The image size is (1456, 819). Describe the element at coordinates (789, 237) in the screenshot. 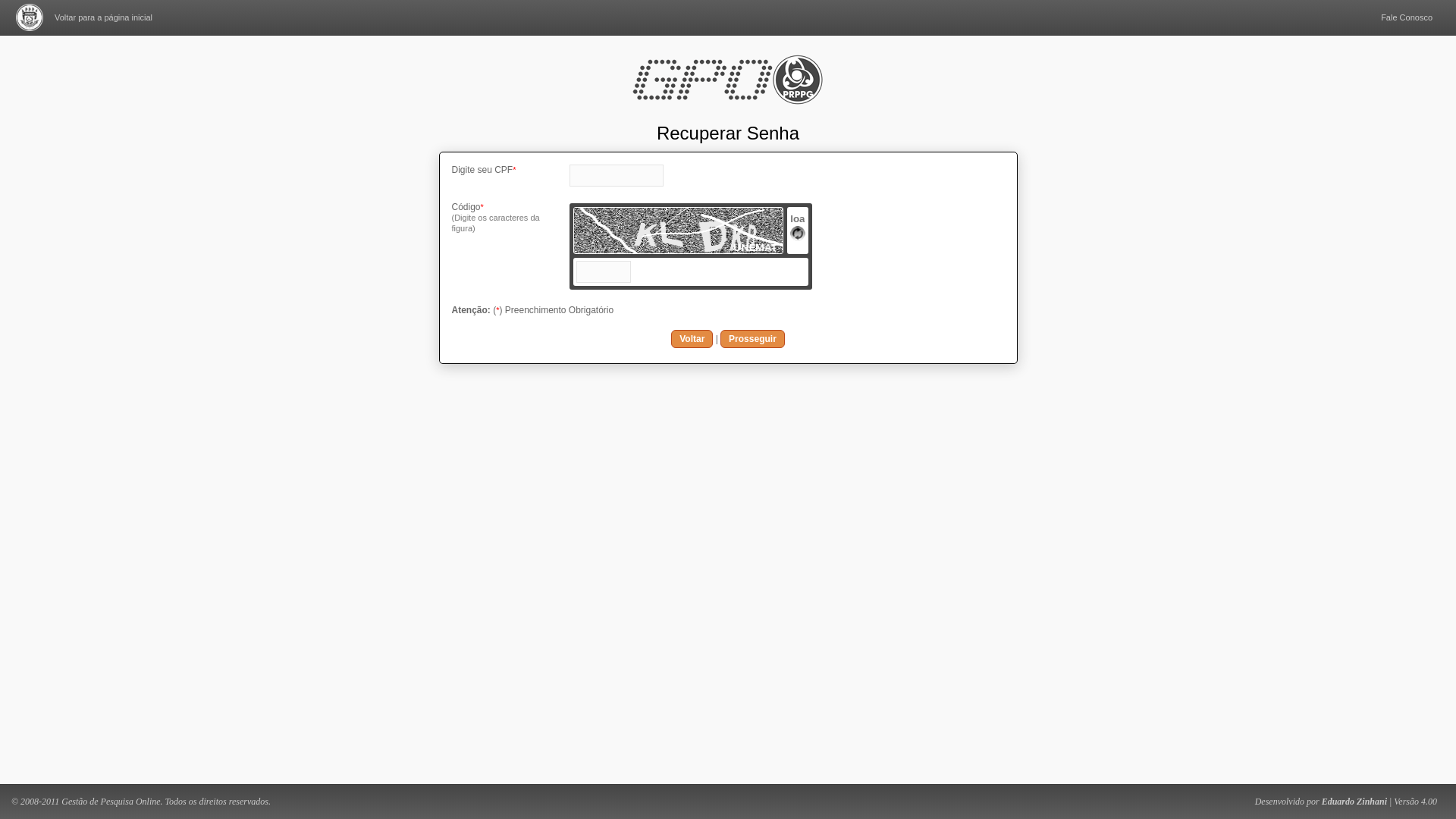

I see `'Recarregar Imagem'` at that location.